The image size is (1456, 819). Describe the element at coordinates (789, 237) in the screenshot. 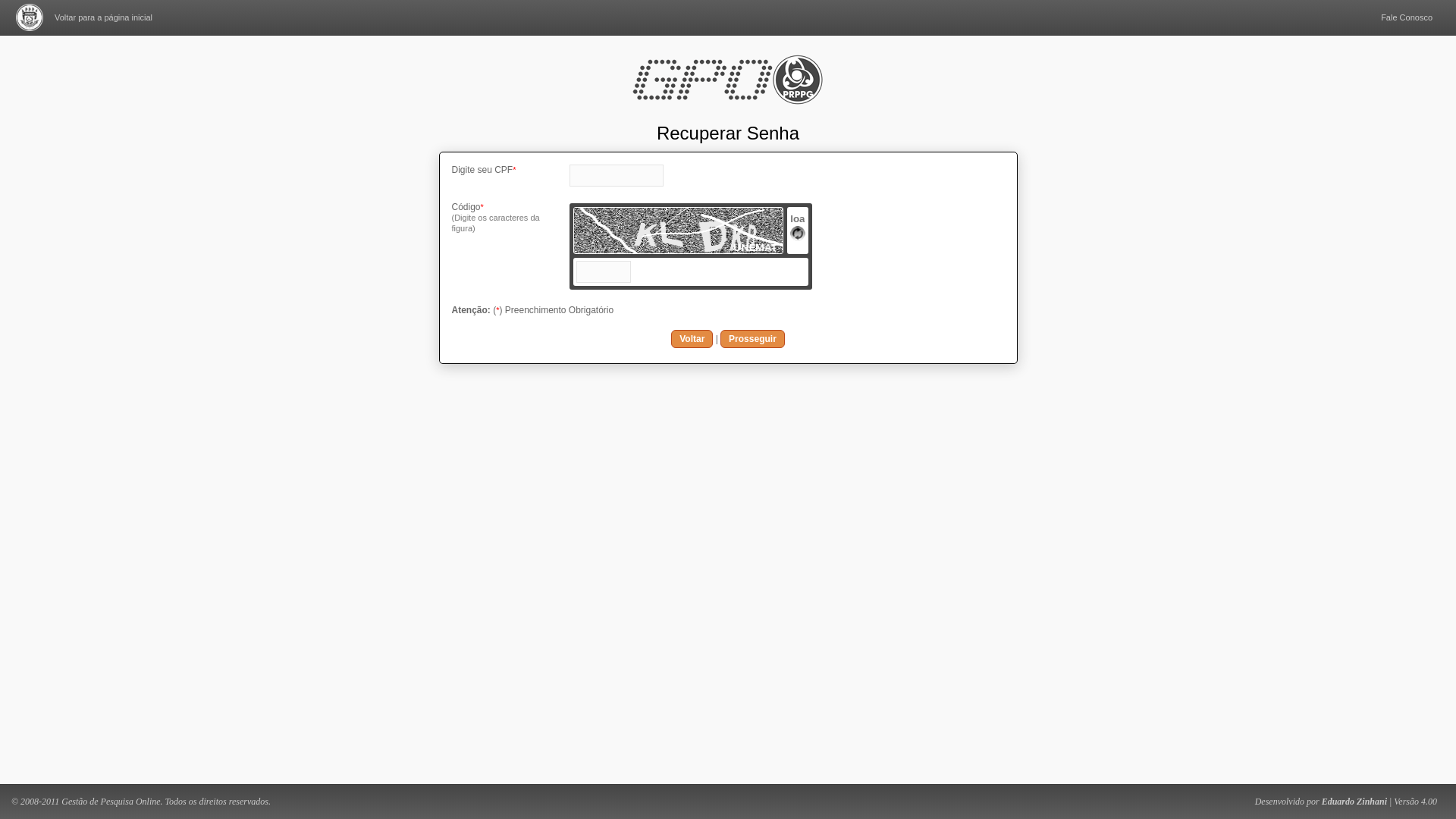

I see `'Recarregar Imagem'` at that location.